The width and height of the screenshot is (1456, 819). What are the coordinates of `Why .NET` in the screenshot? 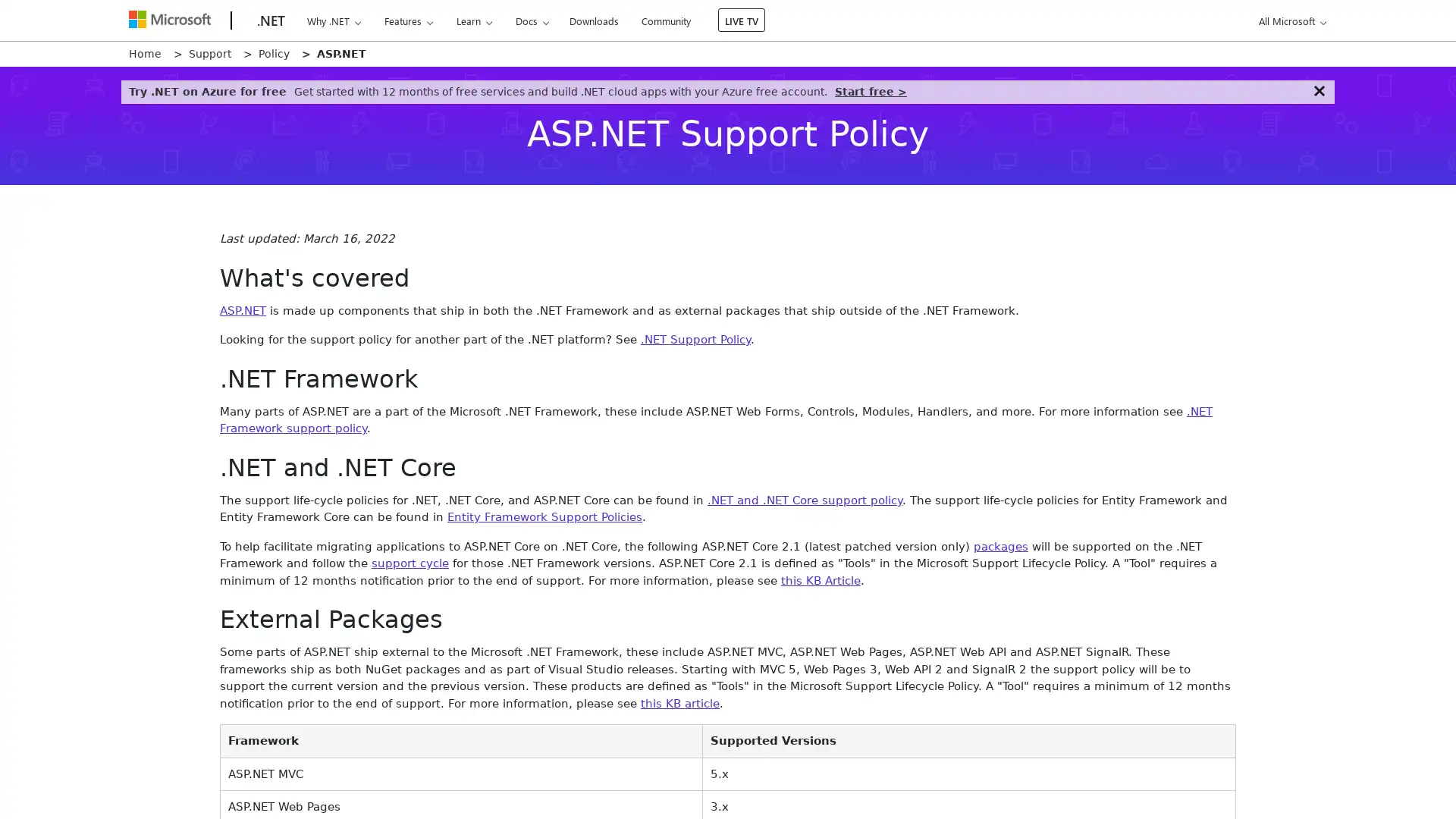 It's located at (333, 20).